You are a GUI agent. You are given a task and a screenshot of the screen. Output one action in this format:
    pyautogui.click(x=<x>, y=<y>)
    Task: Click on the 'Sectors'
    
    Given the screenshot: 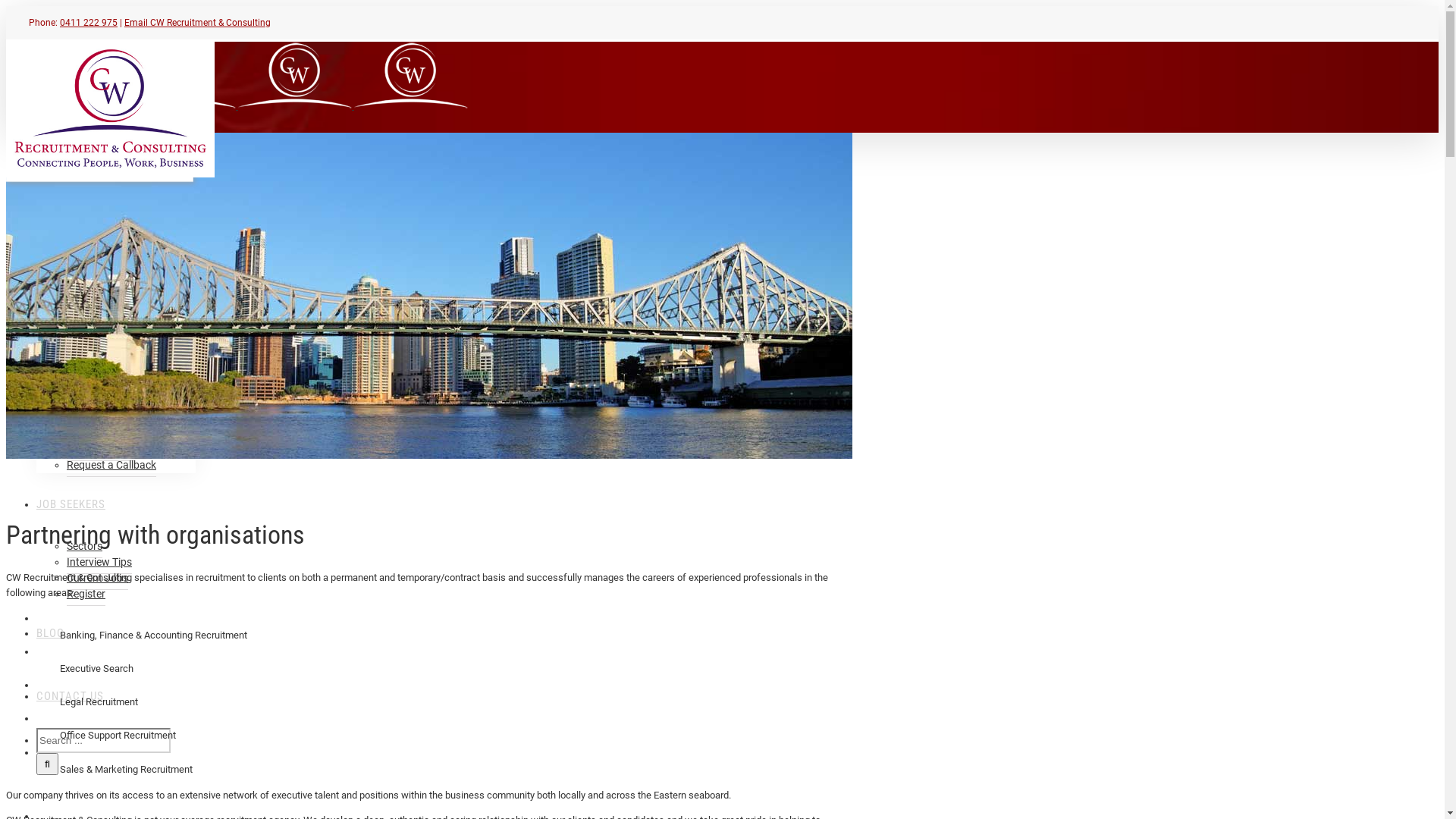 What is the action you would take?
    pyautogui.click(x=83, y=546)
    